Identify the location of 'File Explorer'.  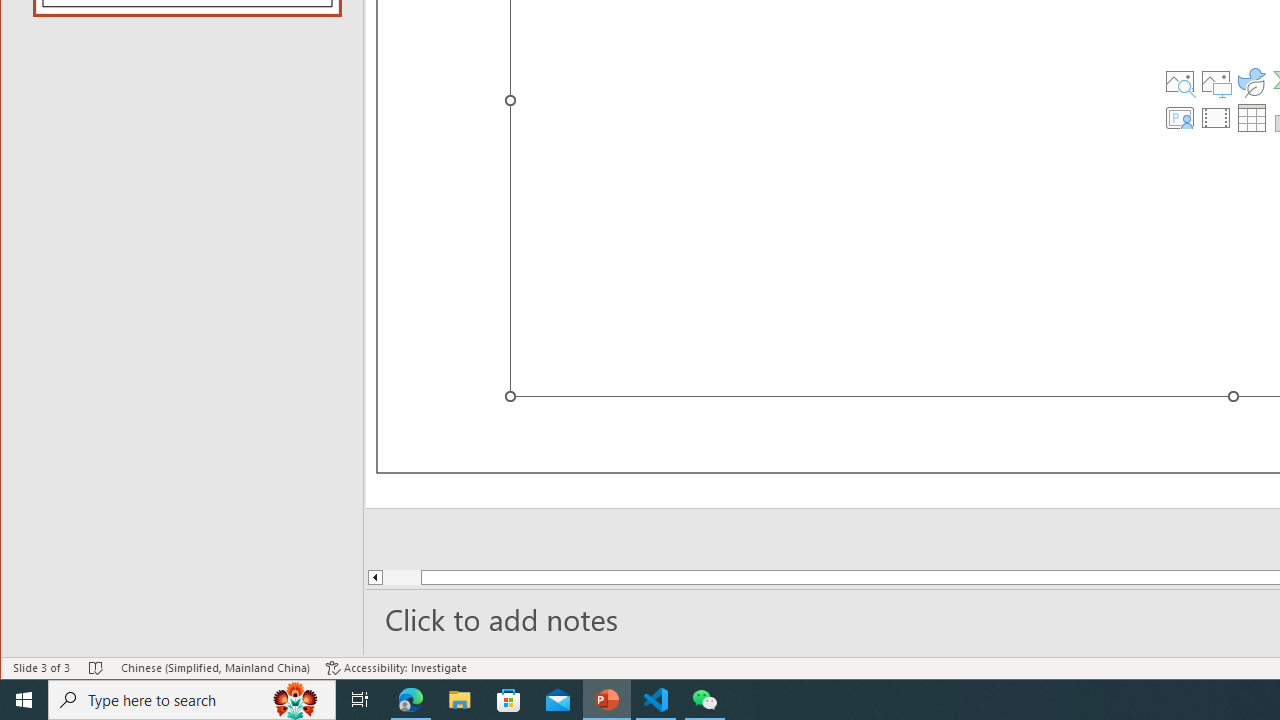
(459, 698).